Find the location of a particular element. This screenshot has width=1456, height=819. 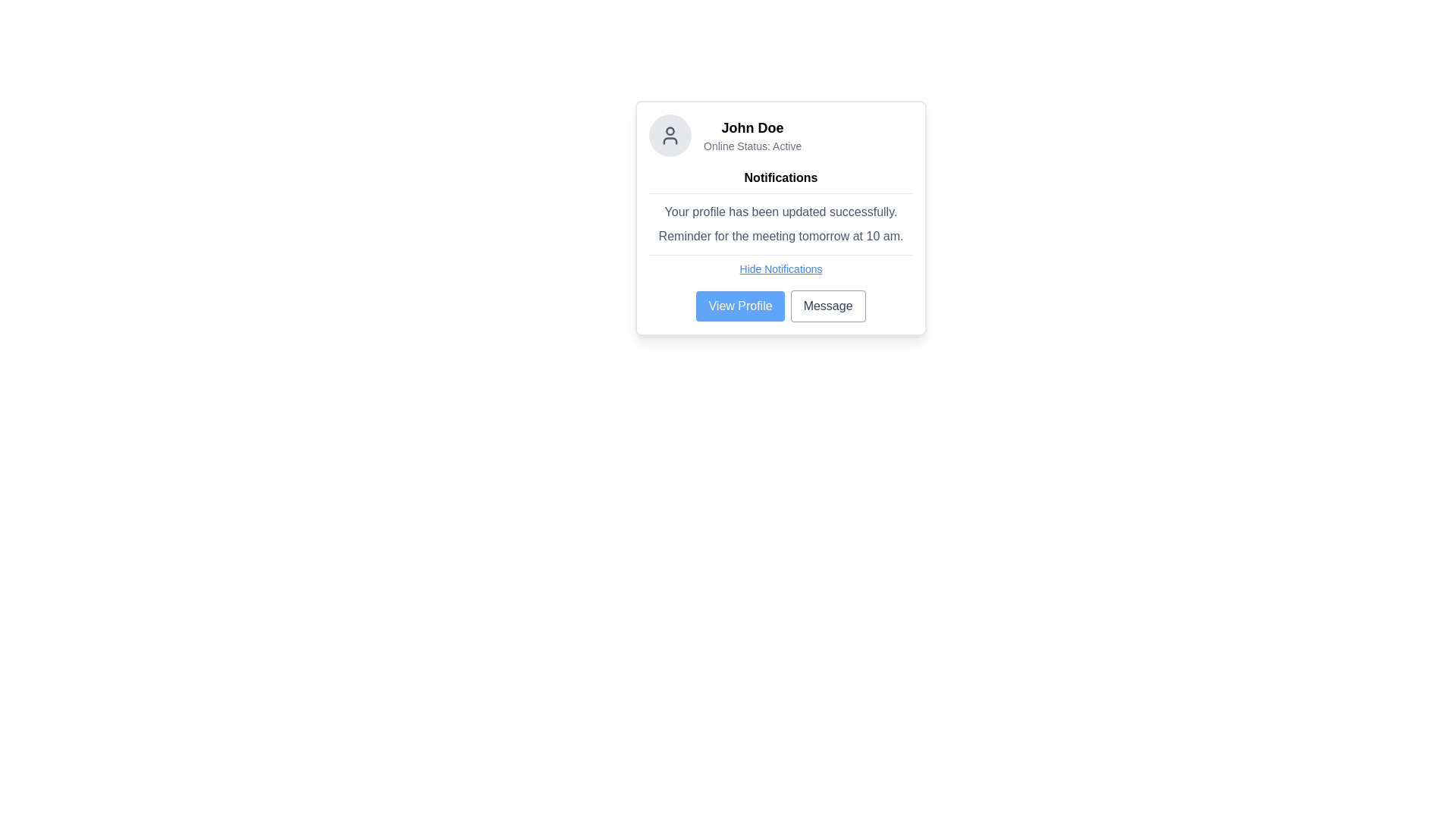

the profile details button located in the lower section of the user profile card is located at coordinates (740, 306).